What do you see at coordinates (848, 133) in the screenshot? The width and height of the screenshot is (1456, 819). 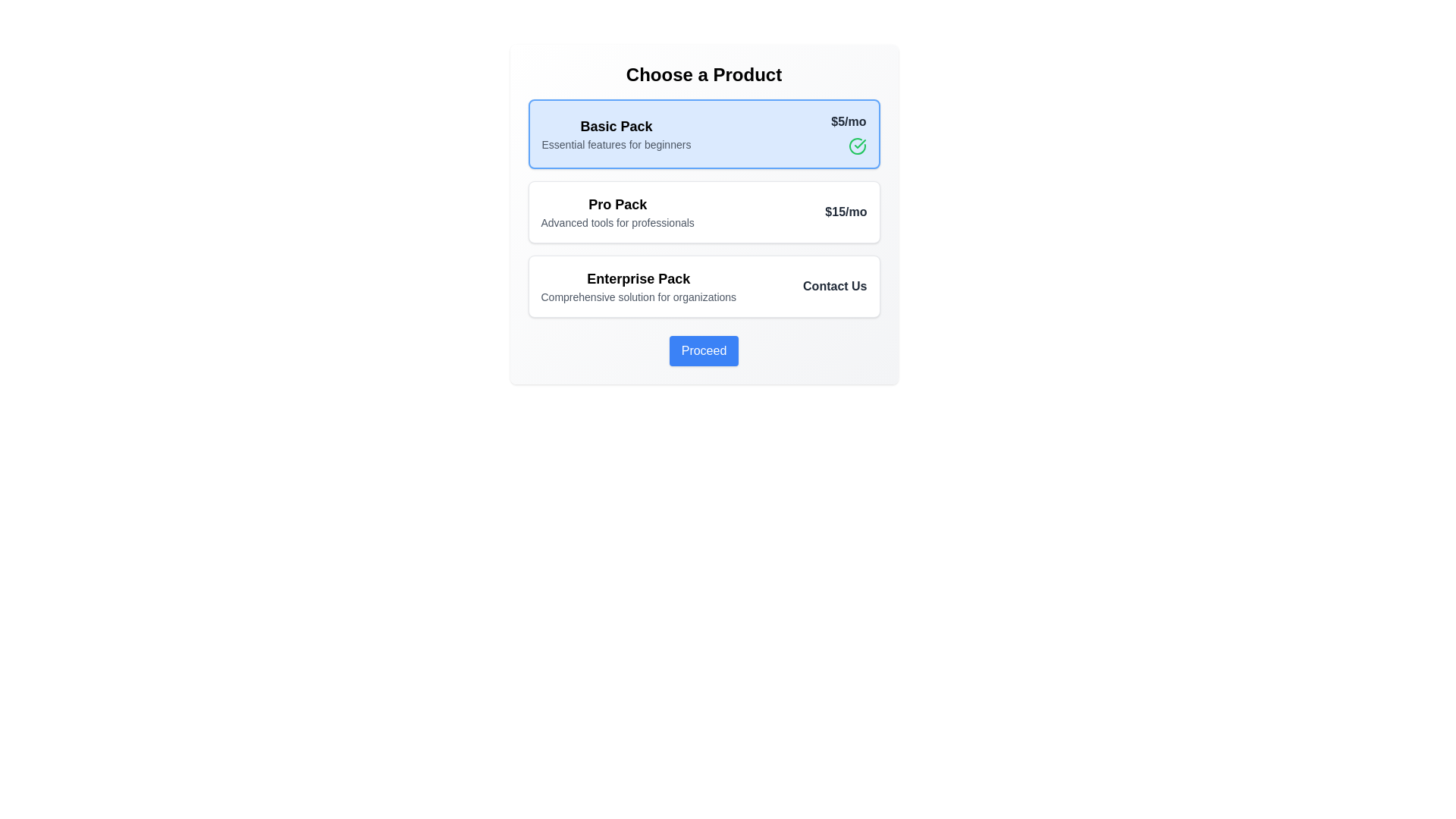 I see `the price label displaying the monthly price for the 'Basic Pack' product option, located at the top-right corner near the 'Basic Pack' title and description` at bounding box center [848, 133].